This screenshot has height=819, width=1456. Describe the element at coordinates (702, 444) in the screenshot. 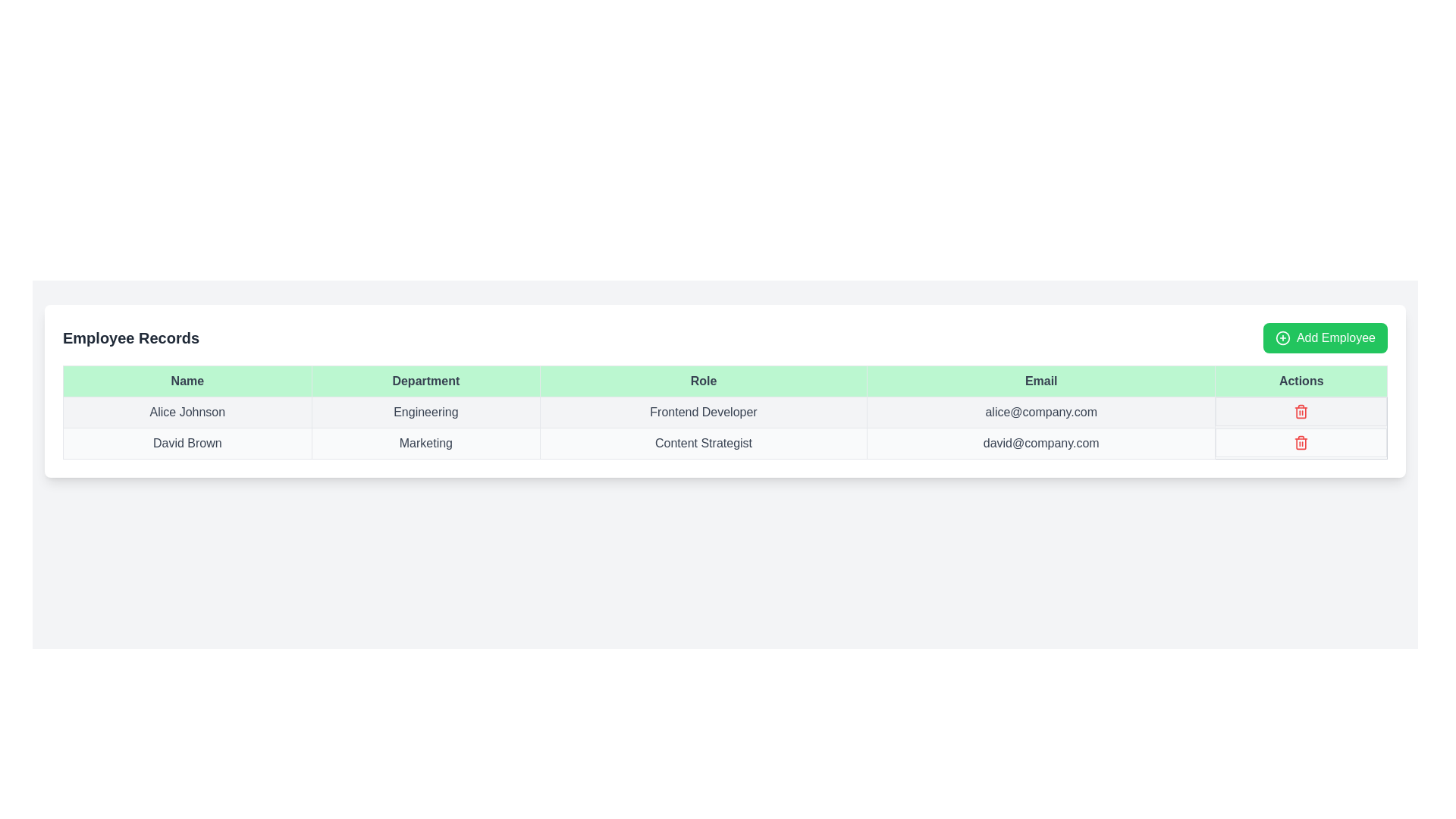

I see `text displayed in the Label that shows the role or job title for 'David Brown', located in the third column of the second row under the 'Role' heading` at that location.